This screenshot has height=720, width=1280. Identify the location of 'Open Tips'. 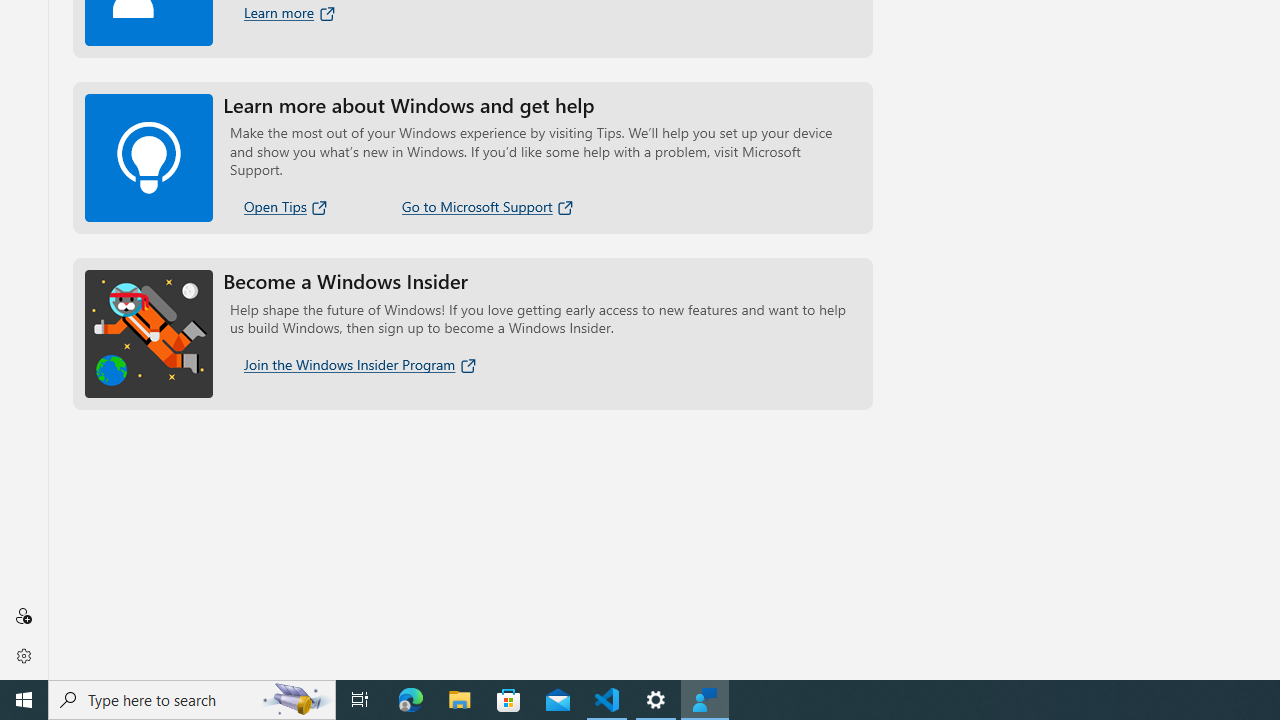
(285, 206).